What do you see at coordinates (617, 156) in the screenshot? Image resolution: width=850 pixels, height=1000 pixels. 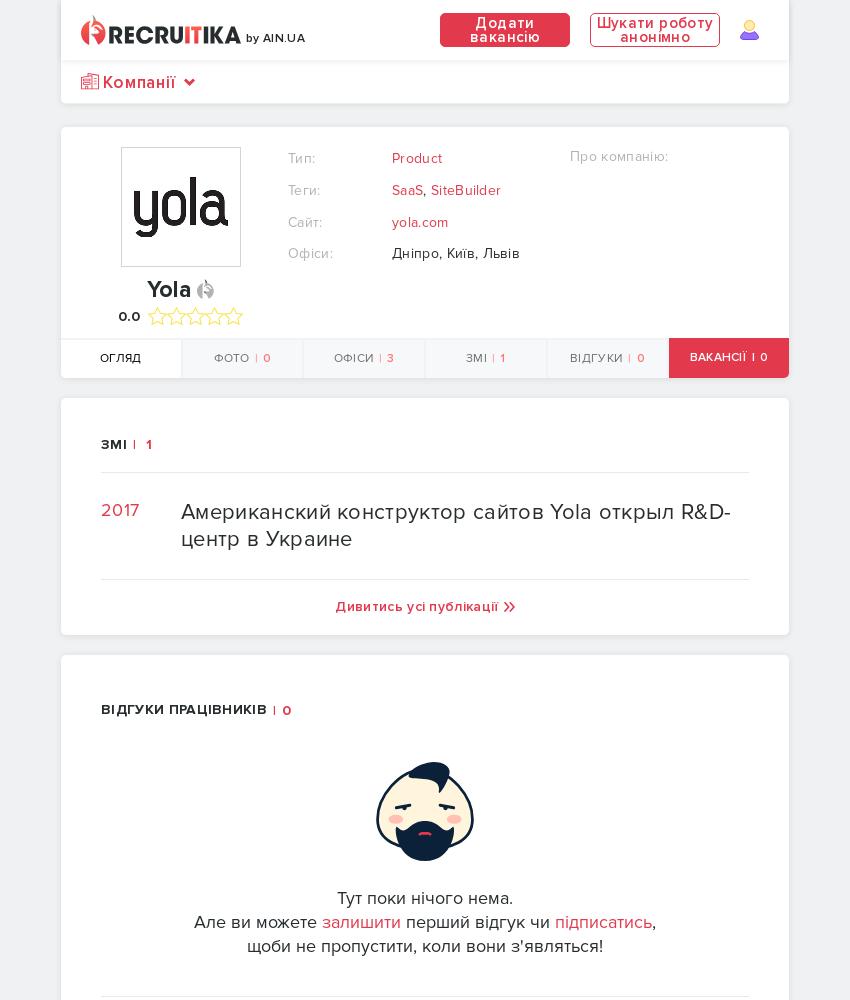 I see `'Про компанію:'` at bounding box center [617, 156].